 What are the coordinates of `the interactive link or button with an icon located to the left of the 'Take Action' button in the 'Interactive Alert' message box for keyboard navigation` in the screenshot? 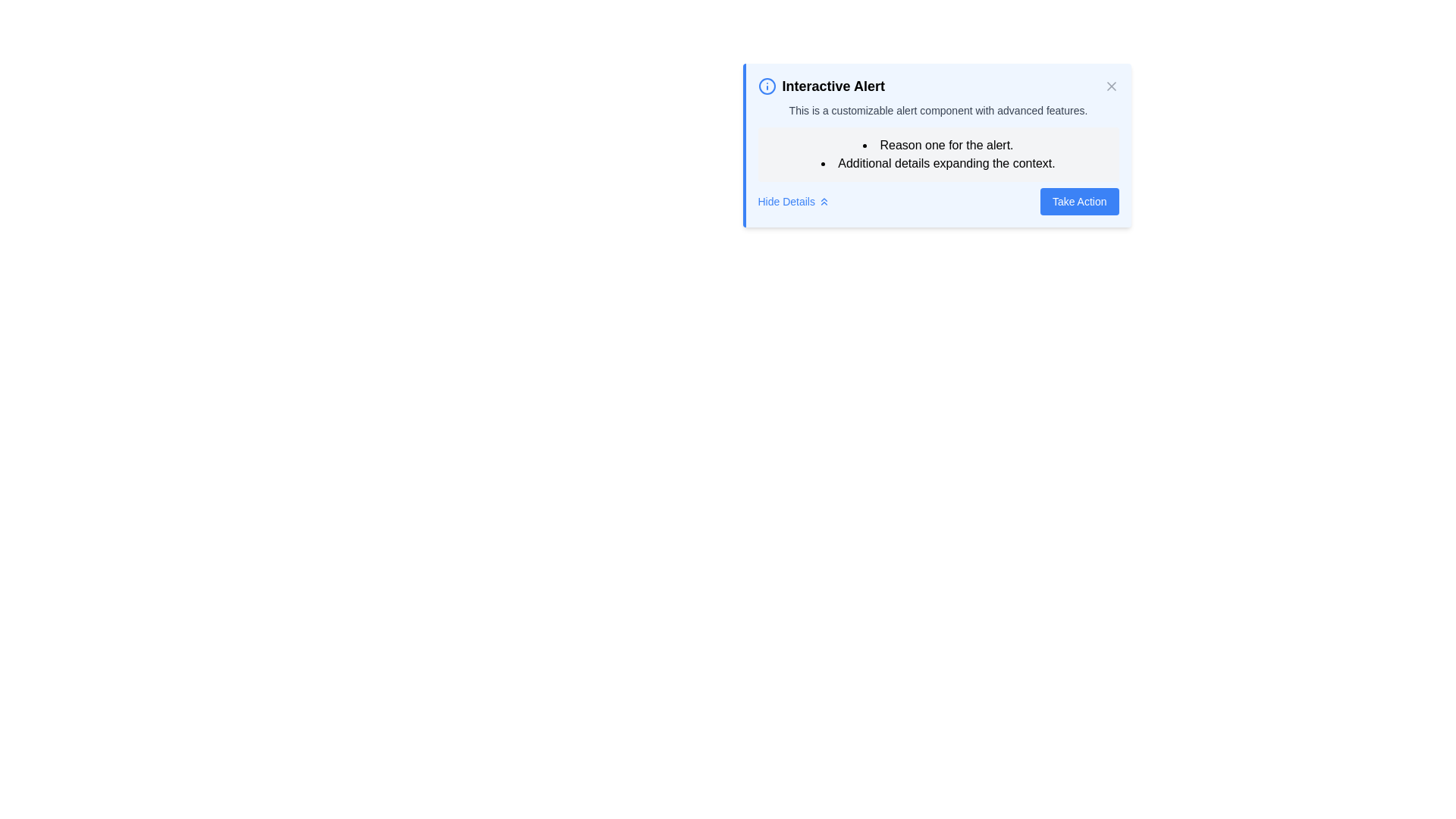 It's located at (793, 201).